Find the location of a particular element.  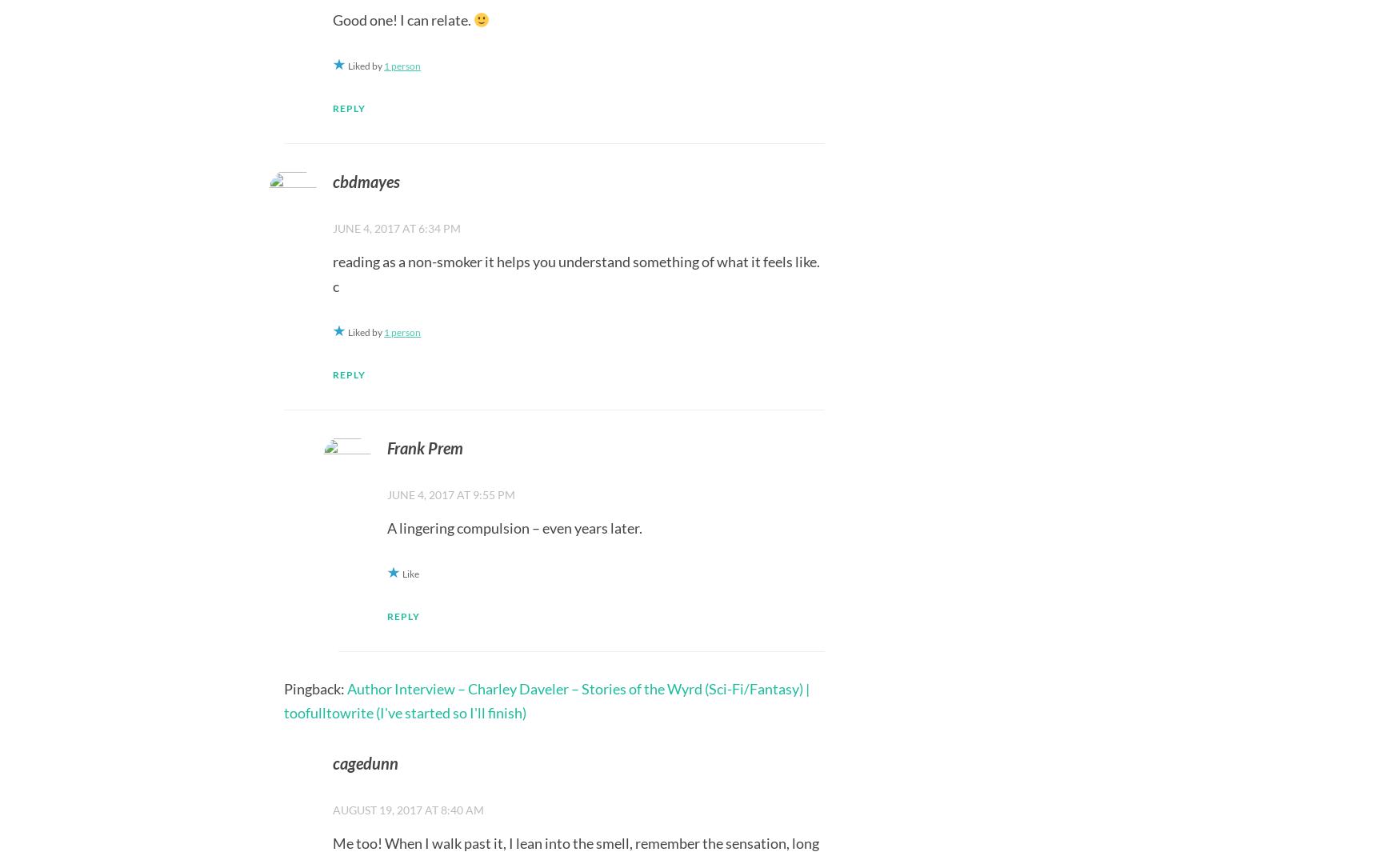

'Good one! I can relate.' is located at coordinates (402, 18).